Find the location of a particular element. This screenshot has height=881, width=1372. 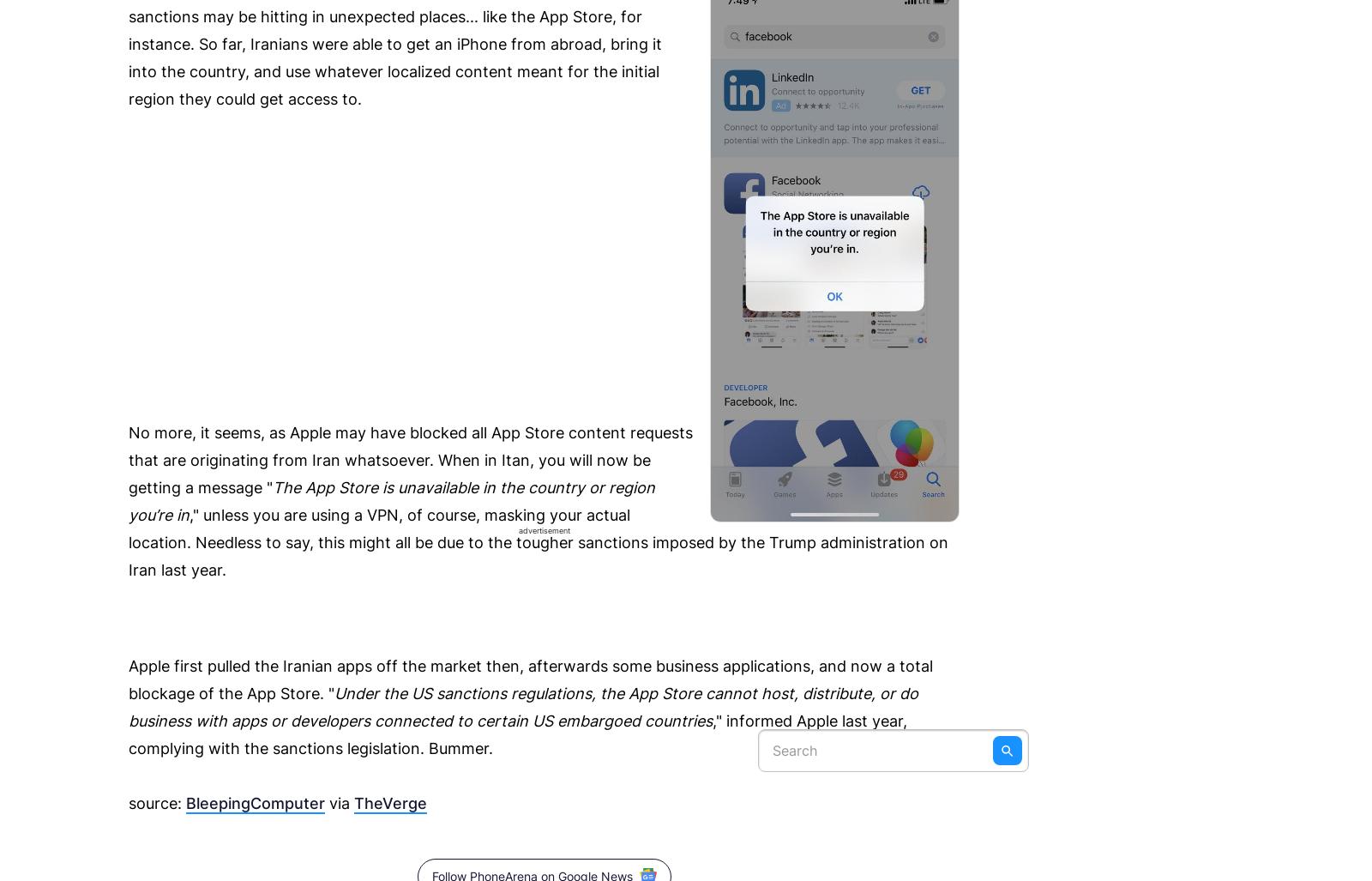

'Terms of Use' is located at coordinates (600, 65).